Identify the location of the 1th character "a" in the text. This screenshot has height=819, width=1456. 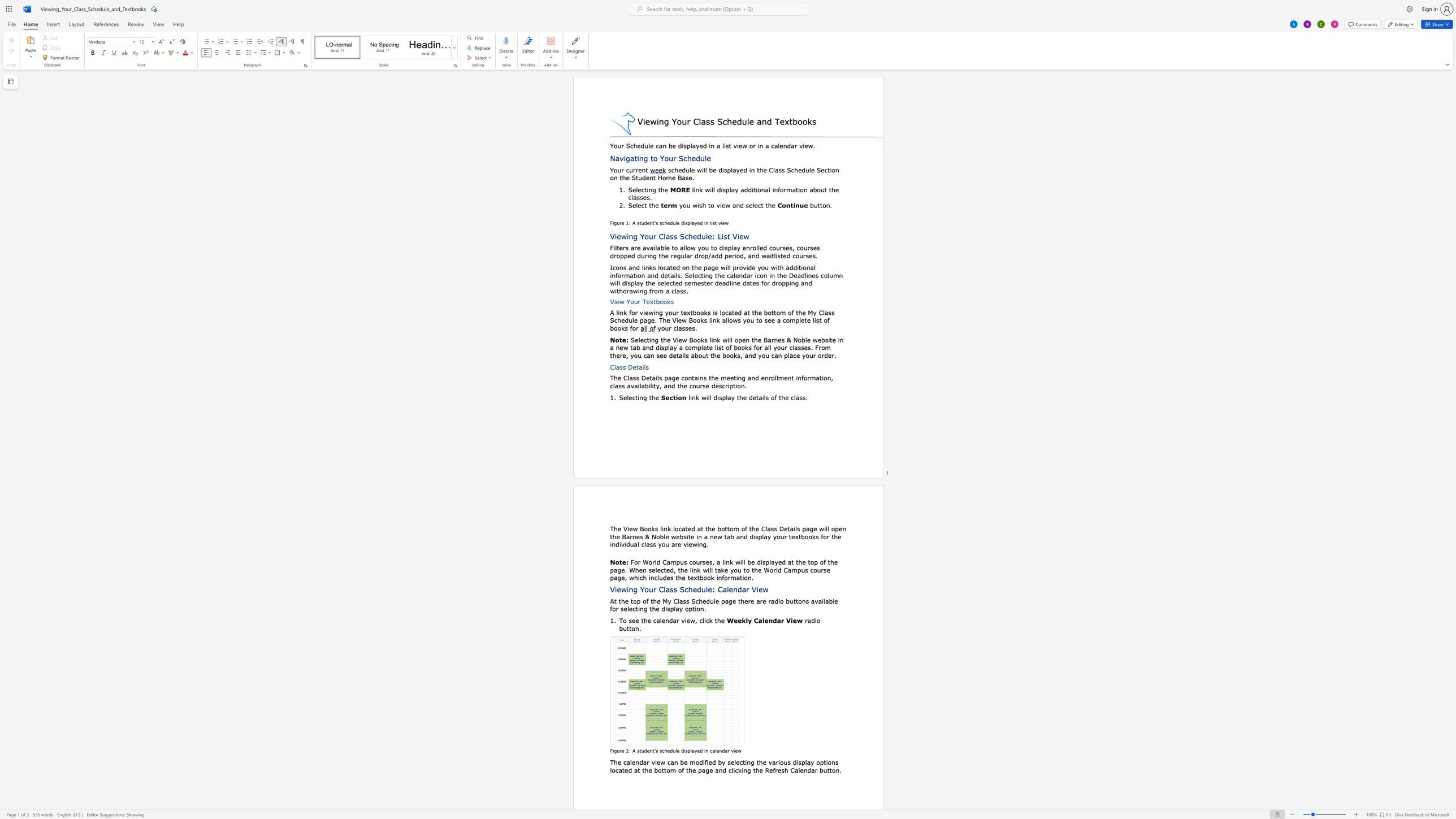
(693, 751).